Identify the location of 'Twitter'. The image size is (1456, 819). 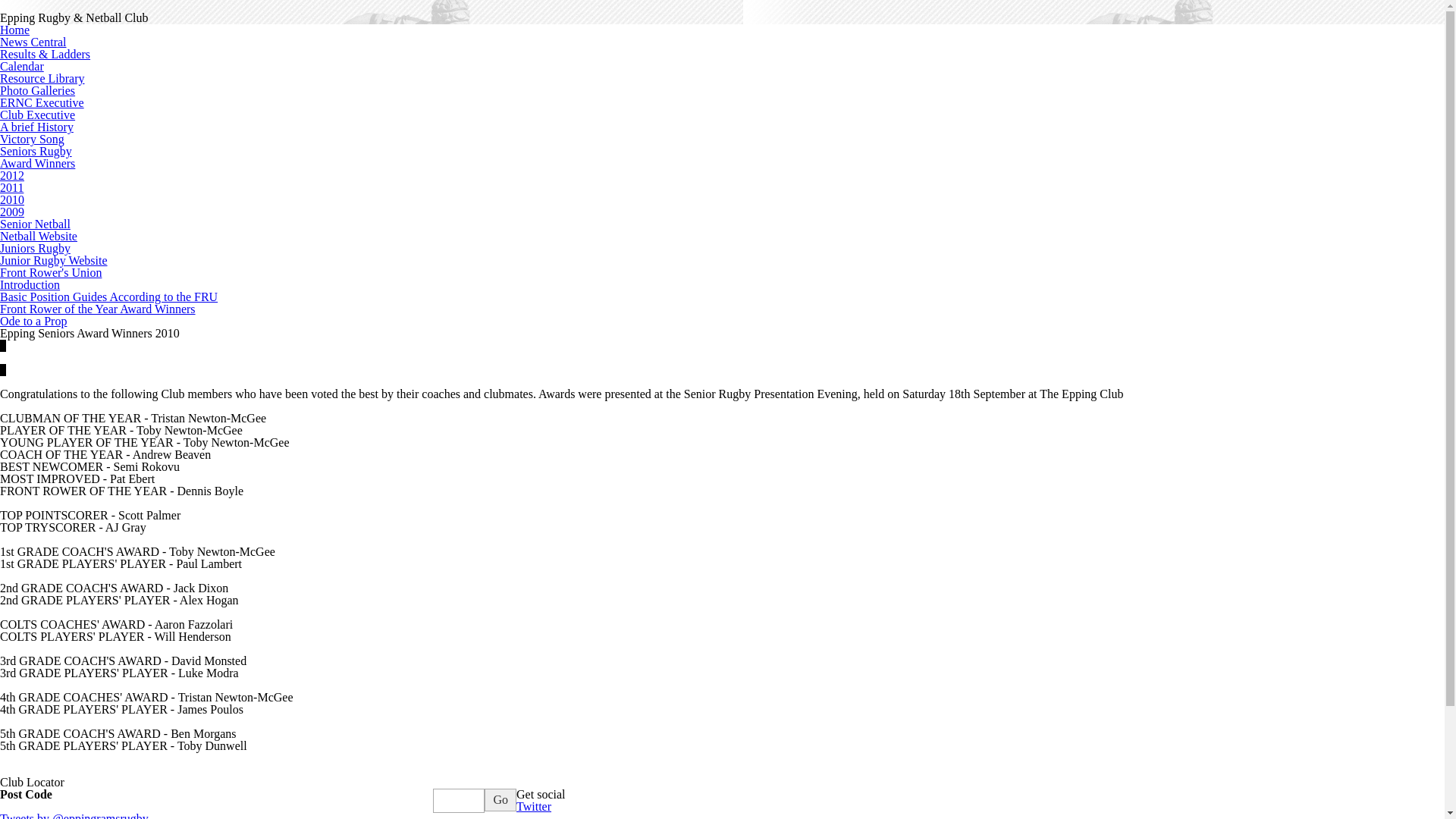
(534, 805).